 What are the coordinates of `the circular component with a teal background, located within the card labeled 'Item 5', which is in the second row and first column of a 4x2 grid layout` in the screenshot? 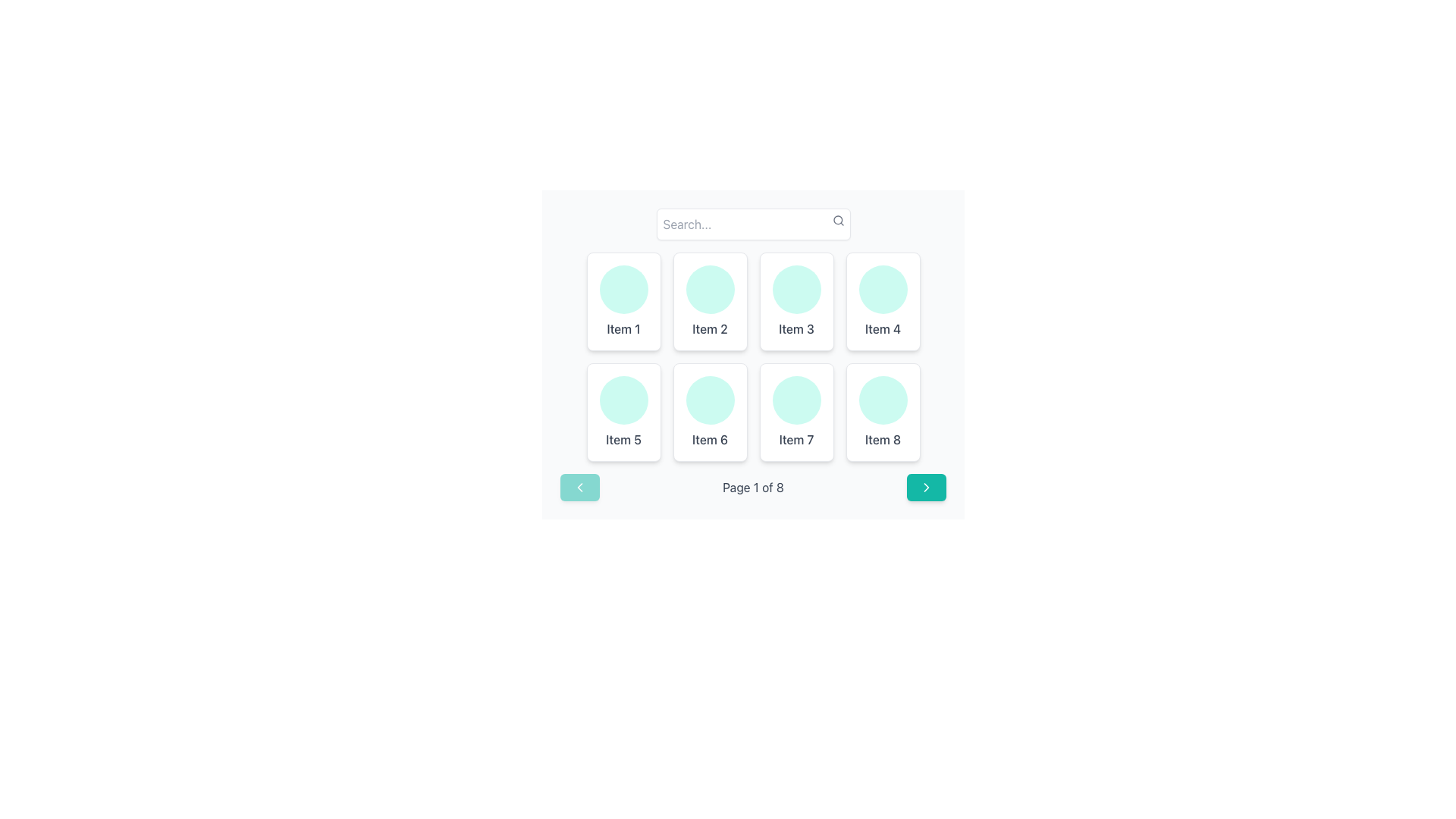 It's located at (623, 400).